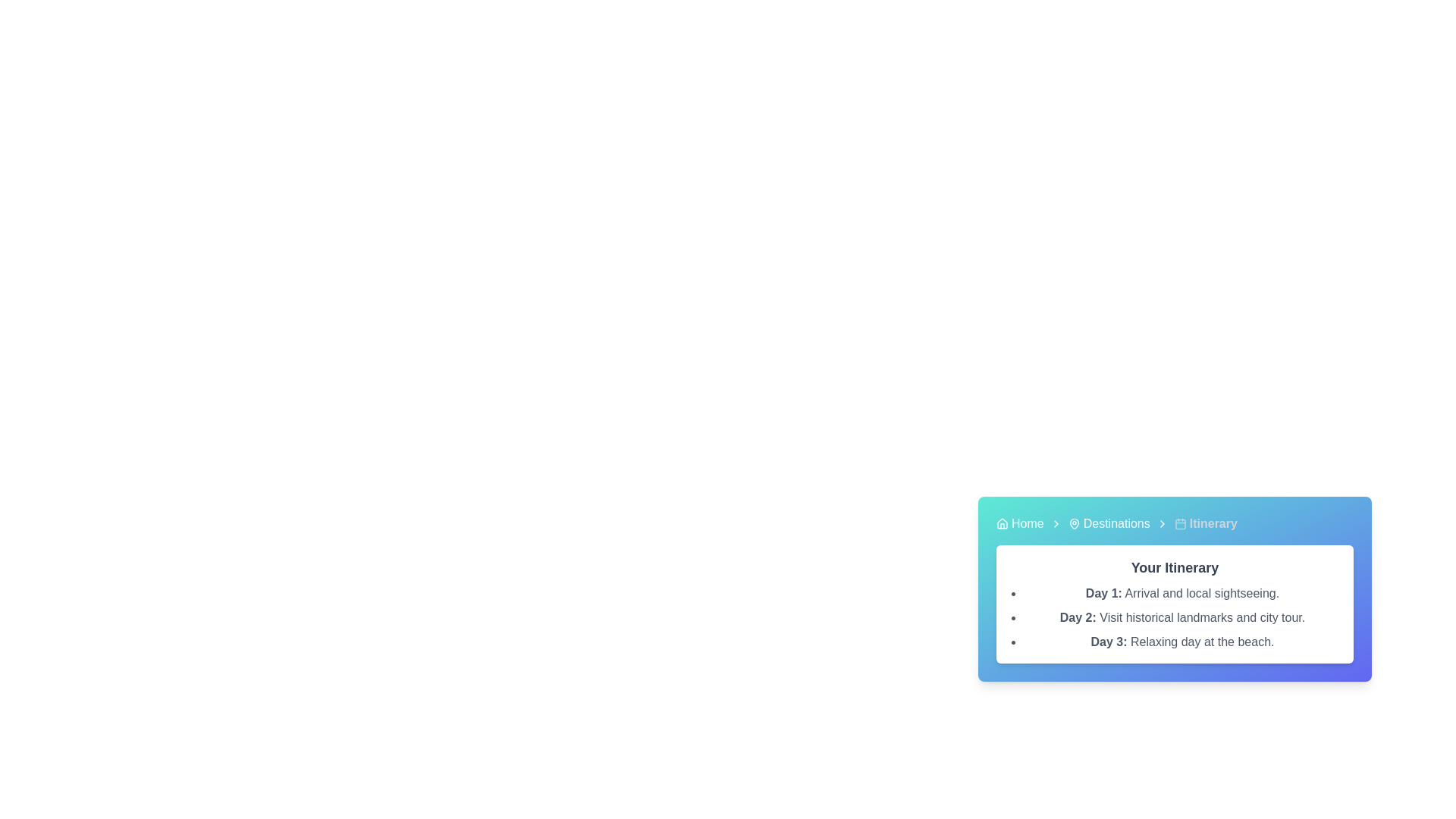 The height and width of the screenshot is (819, 1456). Describe the element at coordinates (1181, 593) in the screenshot. I see `the text element displaying 'Day 1: Arrival and local sightseeing.' which is the first item in the bulleted list under 'Your Itinerary.'` at that location.